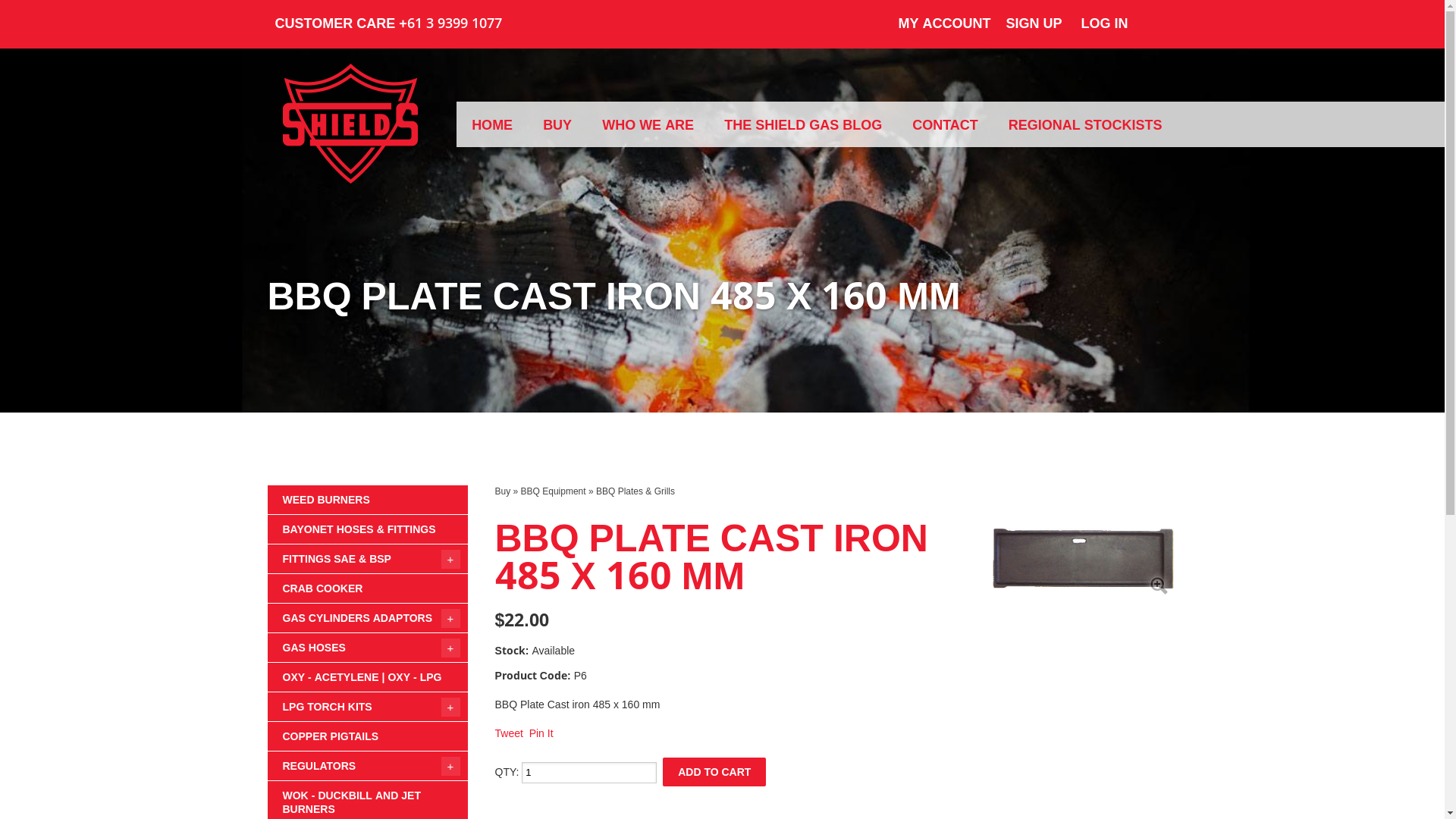 The height and width of the screenshot is (819, 1456). What do you see at coordinates (266, 128) in the screenshot?
I see `'James Shields & Co'` at bounding box center [266, 128].